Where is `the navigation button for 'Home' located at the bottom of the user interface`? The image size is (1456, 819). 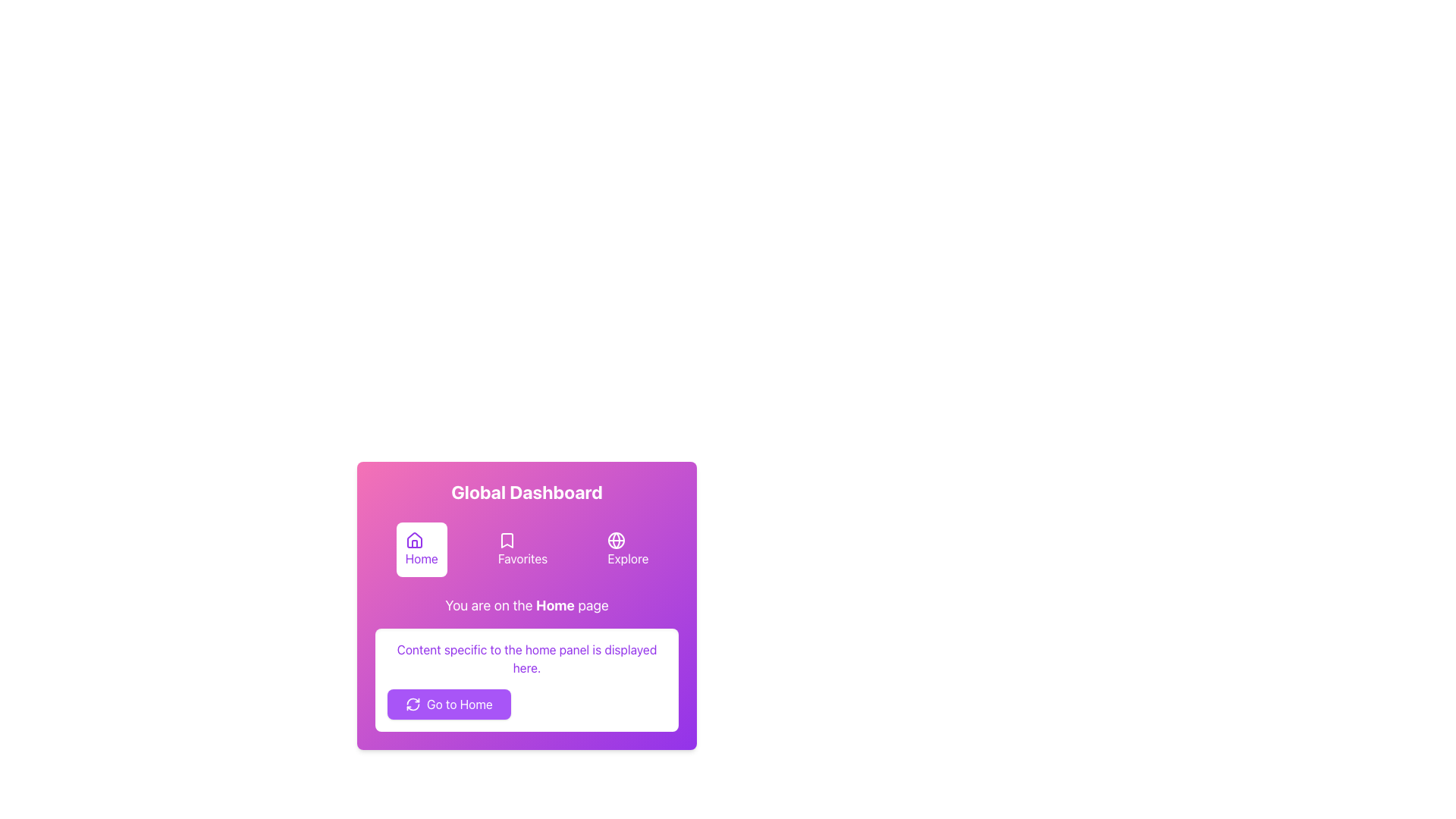 the navigation button for 'Home' located at the bottom of the user interface is located at coordinates (422, 550).